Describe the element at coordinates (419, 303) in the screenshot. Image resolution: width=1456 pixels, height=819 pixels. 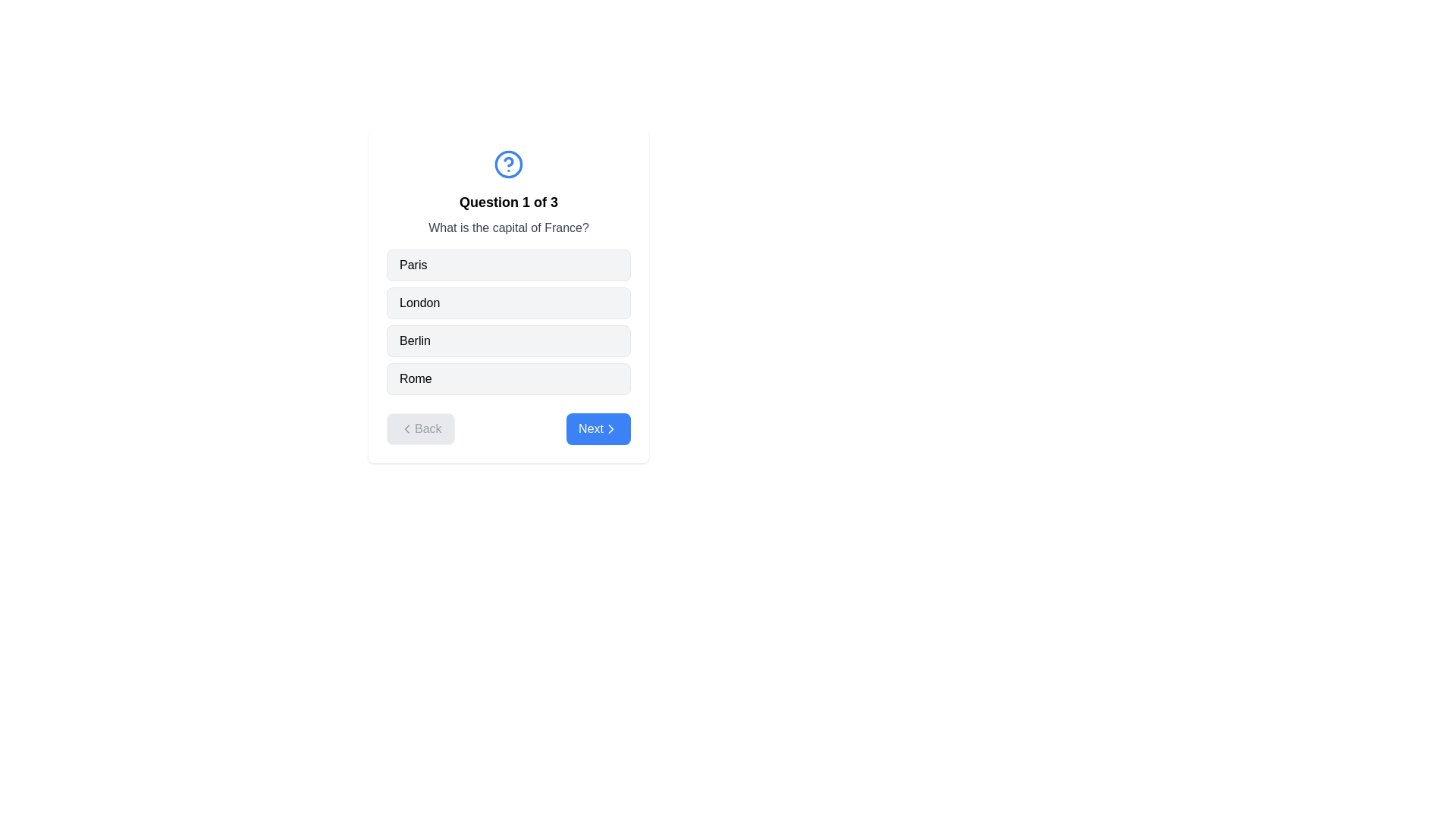
I see `the text 'London' which is the second selectable option in a vertical list under the question 'What is the capital of France?'` at that location.